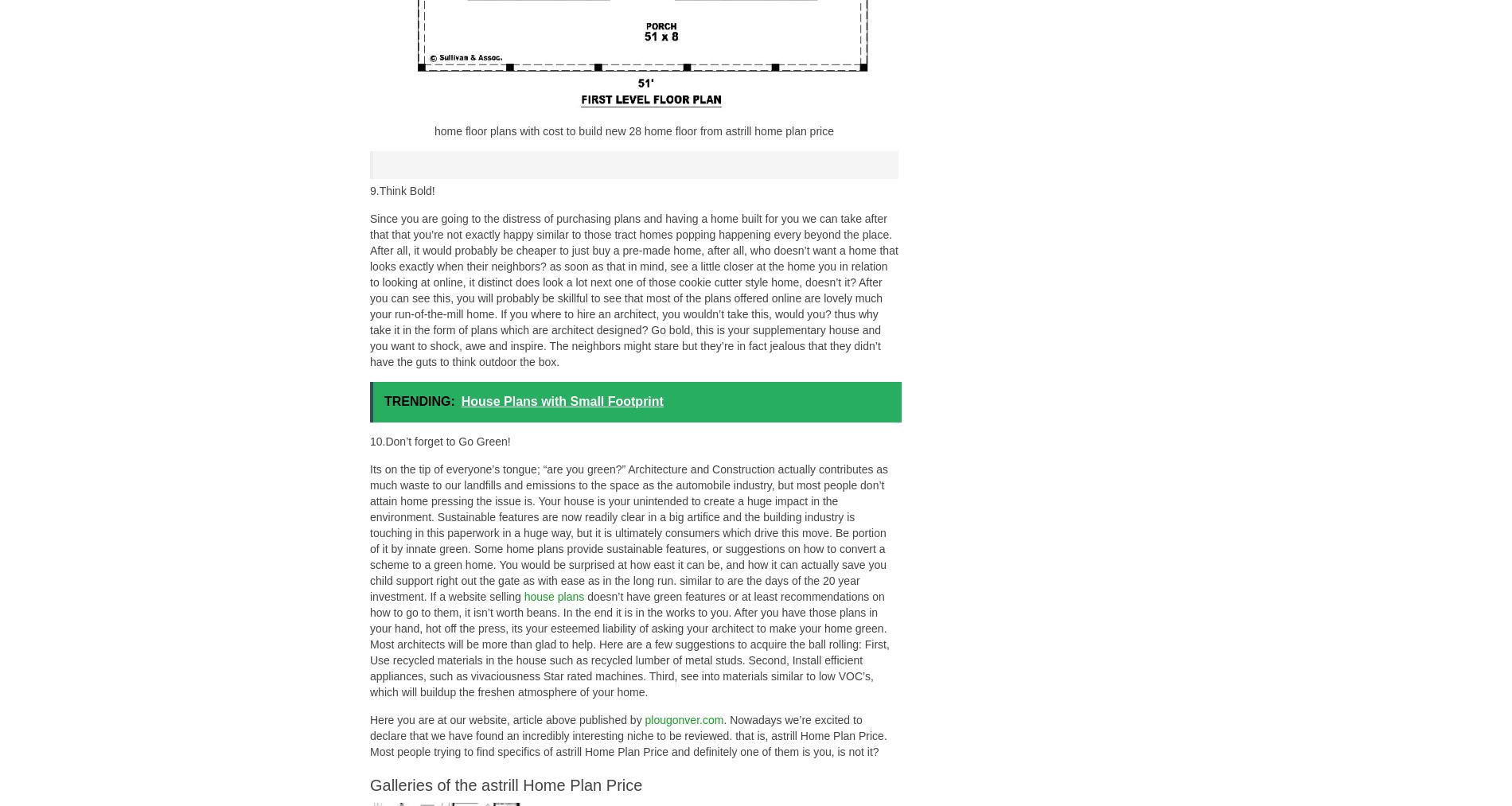 The image size is (1512, 806). What do you see at coordinates (633, 290) in the screenshot?
I see `'Since you are going to the distress of purchasing plans and having a home built for you we can take after that that you’re not exactly happy similar to those tract homes popping happening every beyond the place. After all, it would probably be cheaper to just buy a pre-made home, after all, who doesn’t want a home that looks exactly when their neighbors? as soon as that in mind, see a little closer at the home you in relation to looking at online, it distinct does look a lot next one of those cookie cutter style home, doesn’t it? After you can see this, you will probably be skillful to see that most of the plans offered online are lovely much your run-of-the-mill home. If you where to hire an architect, you wouldn’t take this, would you? thus why take it in the form of plans which are architect designed? Go bold, this is your supplementary house and you want to shock, awe and inspire. The neighbors might stare but they’re in fact jealous that they didn’t have the guts to think outdoor the box.'` at bounding box center [633, 290].